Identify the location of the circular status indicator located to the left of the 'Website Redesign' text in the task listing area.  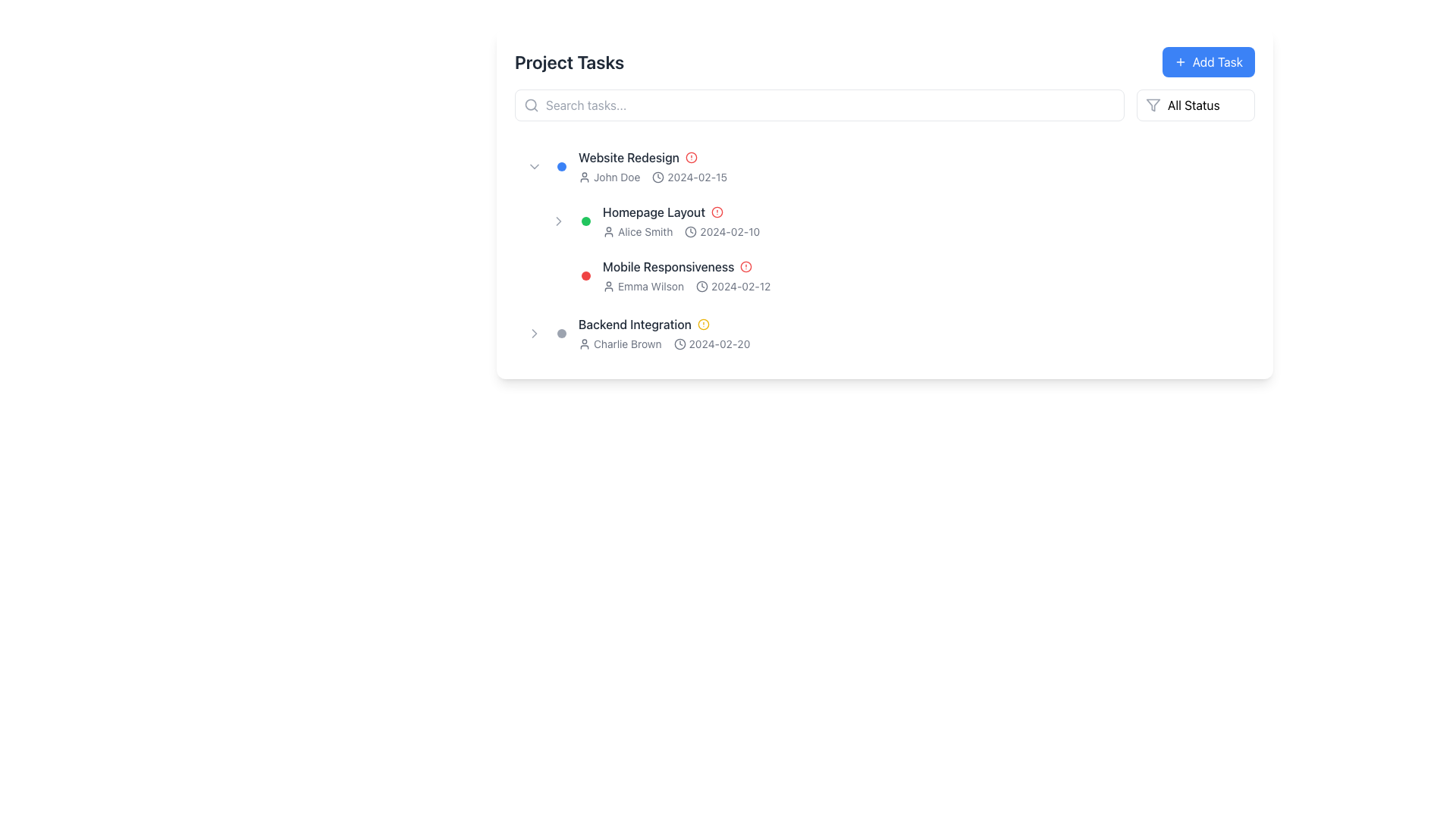
(560, 166).